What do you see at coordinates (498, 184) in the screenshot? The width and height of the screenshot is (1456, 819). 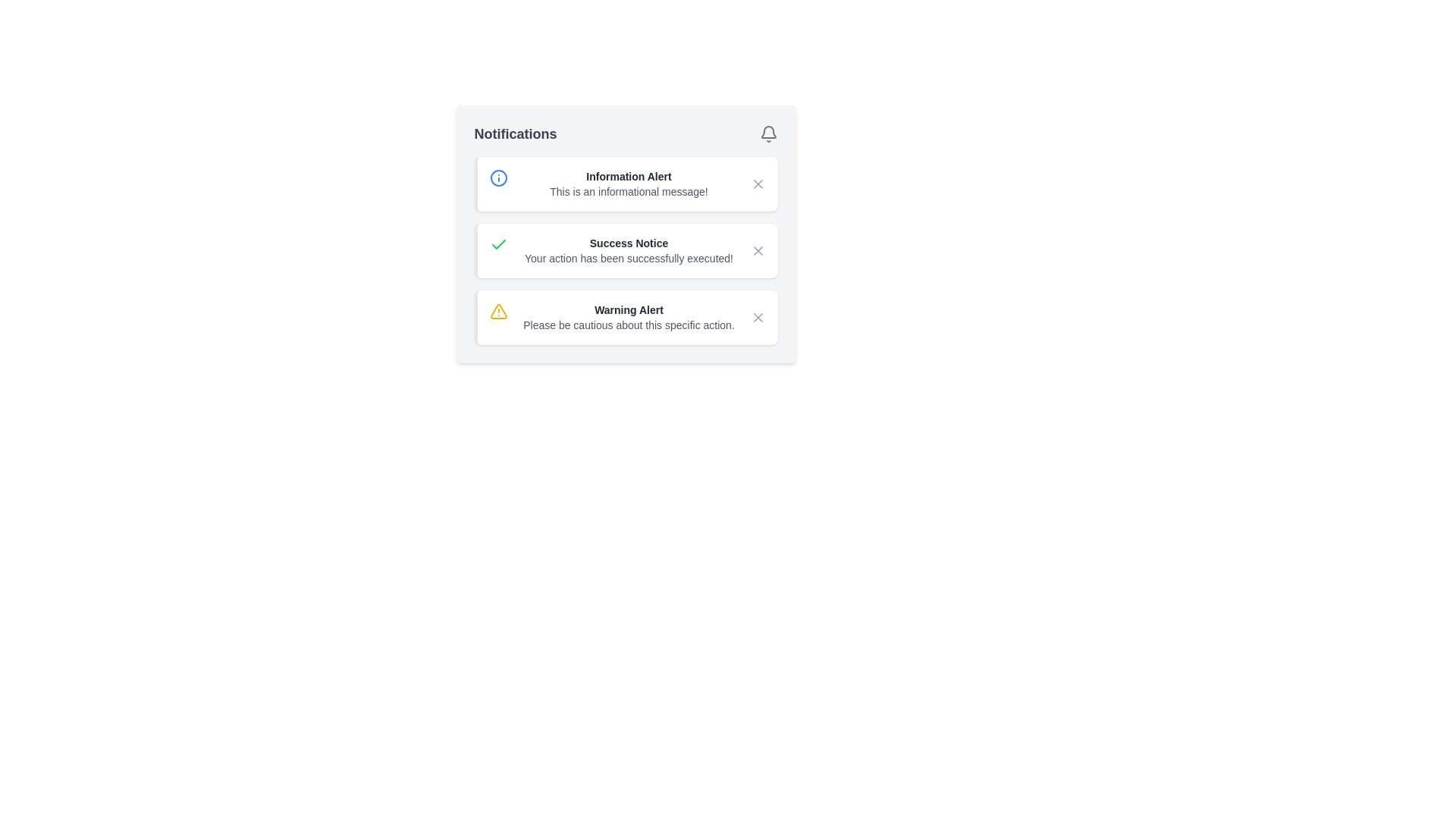 I see `blue-colored info icon with a circular border and 'i' symbol, located at the beginning of the informational alert section` at bounding box center [498, 184].